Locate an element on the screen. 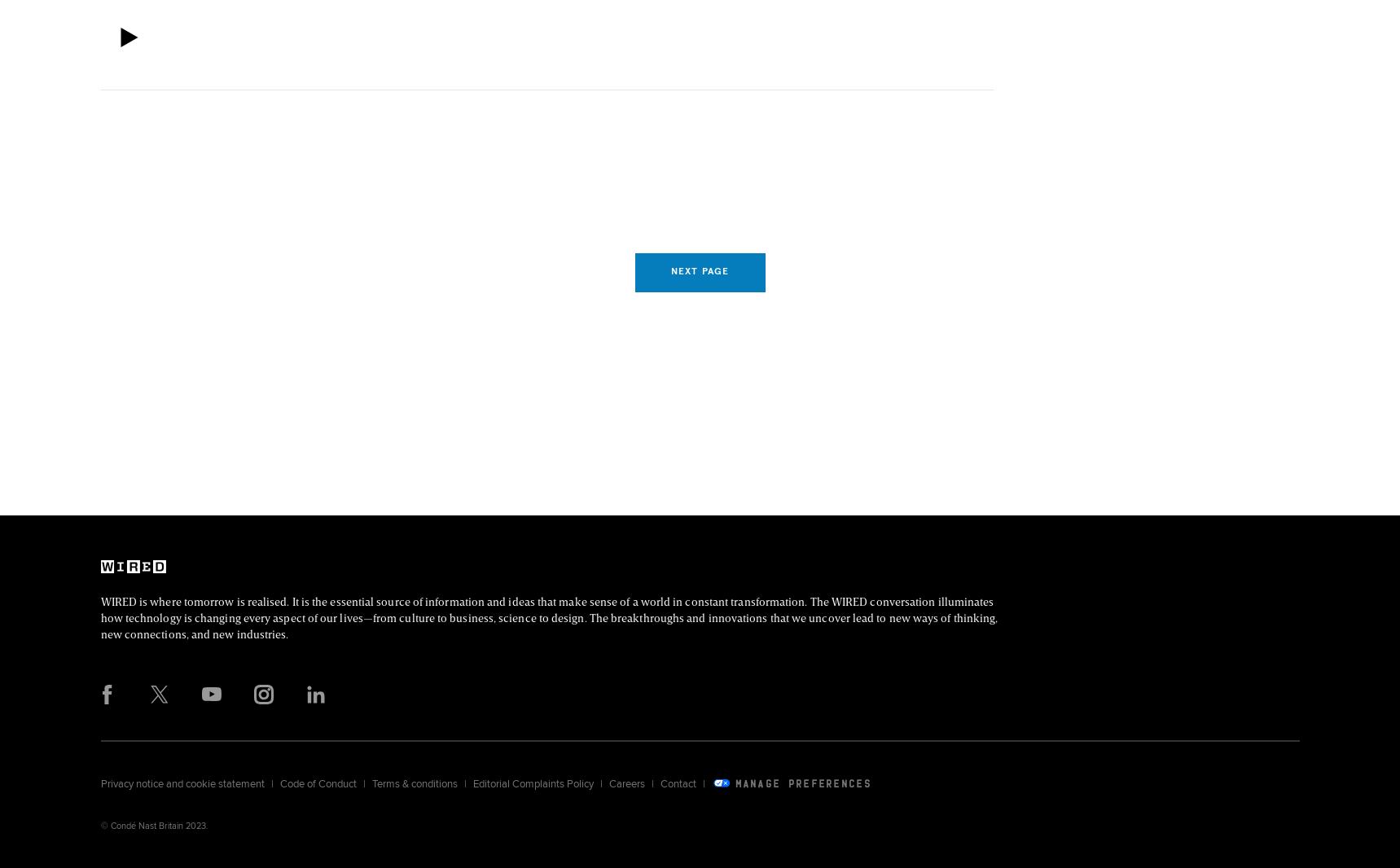  'WIRED is where tomorrow is realised. It is the essential source of information and ideas that make sense of a world in constant transformation. The WIRED conversation illuminates how technology is changing every aspect of our lives—from culture to business, science to design. The breakthroughs and innovations that we uncover lead to new ways of thinking, new connections, and new industries.' is located at coordinates (548, 616).